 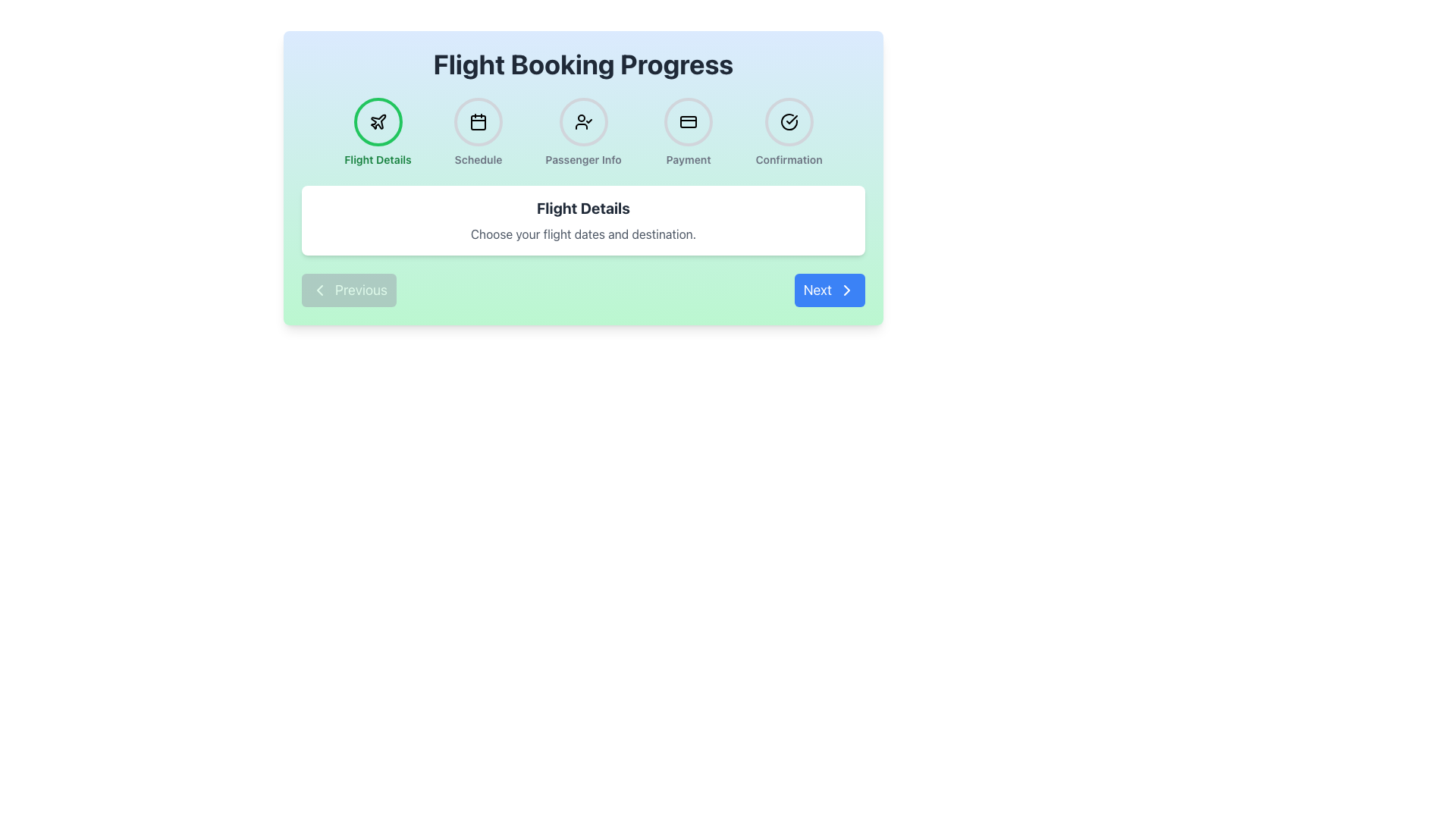 What do you see at coordinates (478, 122) in the screenshot?
I see `the second icon from the left in the row of circular context markers, which represents the 'Schedule' step in the flight booking process, to interact with the associated step` at bounding box center [478, 122].